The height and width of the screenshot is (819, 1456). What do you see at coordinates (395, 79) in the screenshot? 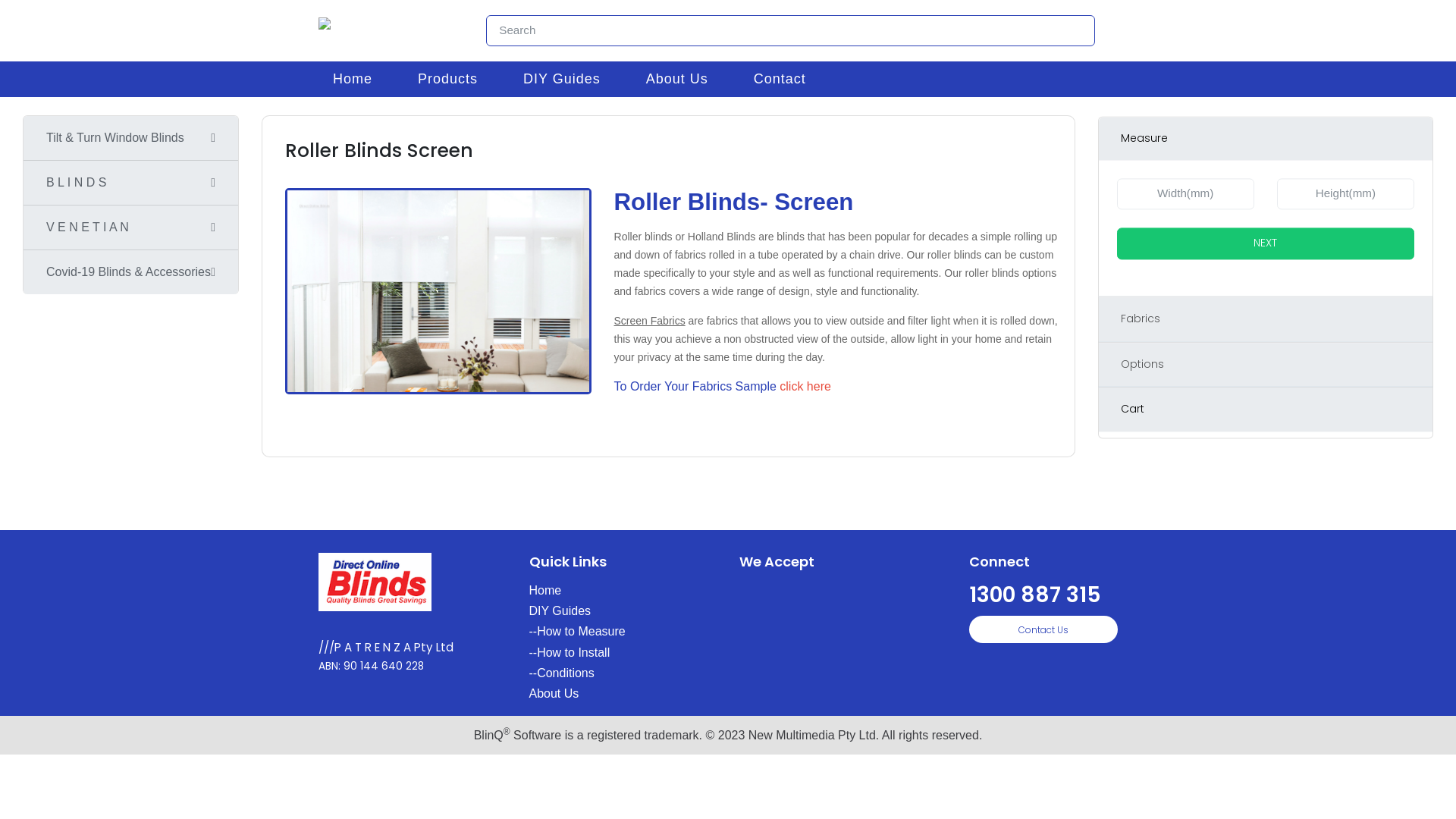
I see `'Products'` at bounding box center [395, 79].